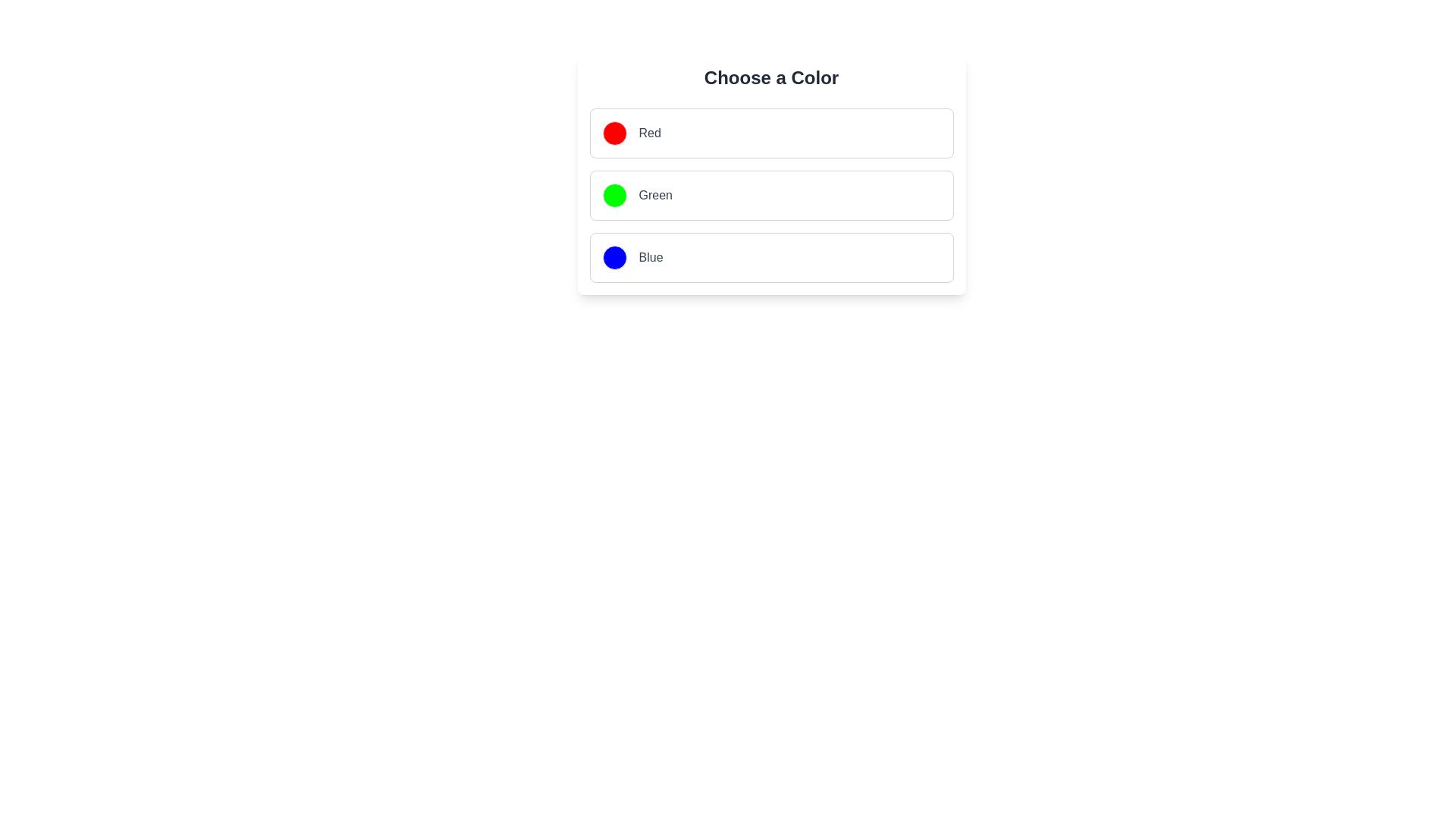 The width and height of the screenshot is (1456, 819). What do you see at coordinates (651, 256) in the screenshot?
I see `the 'Blue' Text Label, which is part of a color selection interface and located to the right of a blue circular indicator` at bounding box center [651, 256].